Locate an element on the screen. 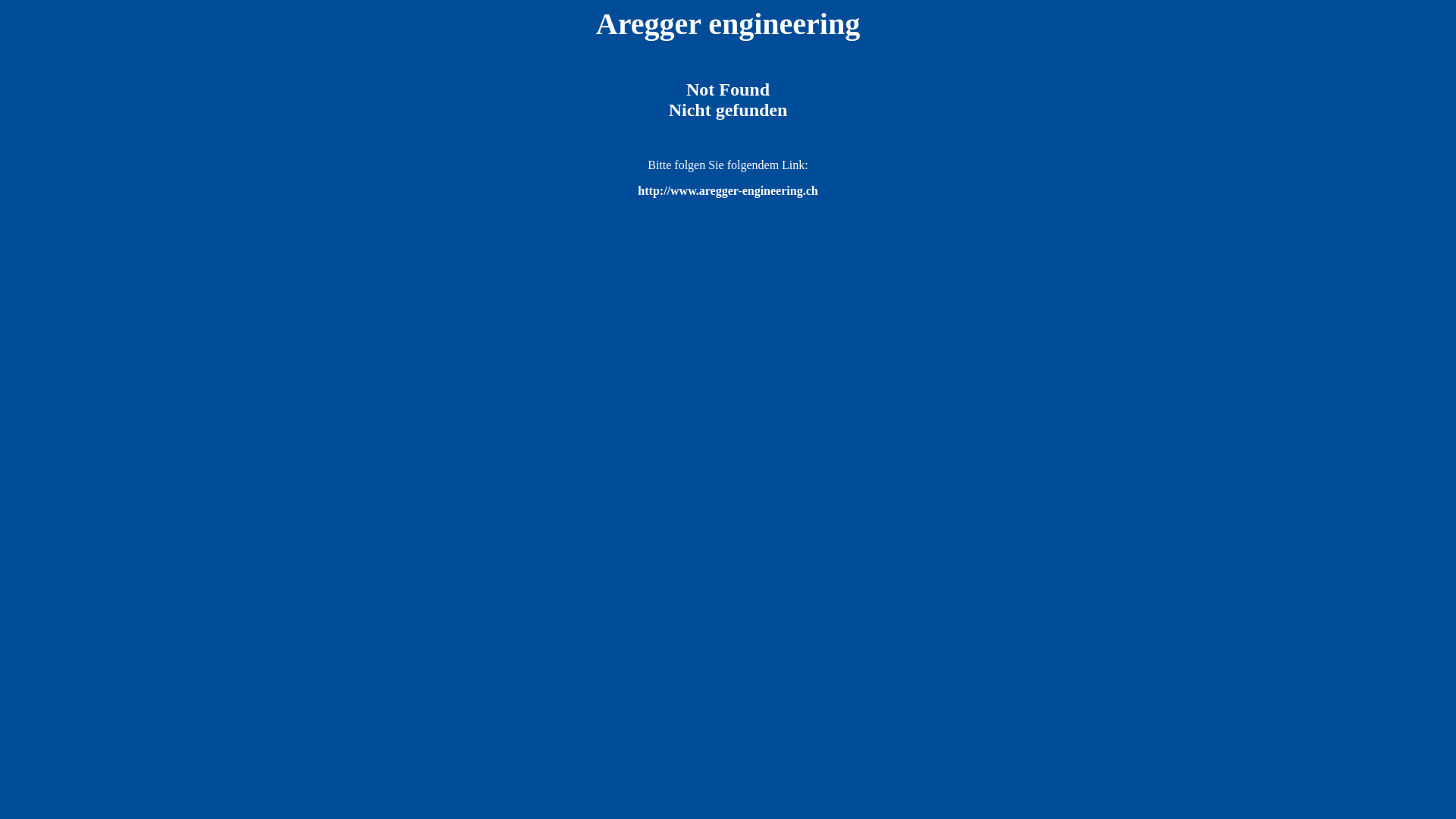 The height and width of the screenshot is (819, 1456). 'http://www.aregger-engineering.ch' is located at coordinates (726, 190).